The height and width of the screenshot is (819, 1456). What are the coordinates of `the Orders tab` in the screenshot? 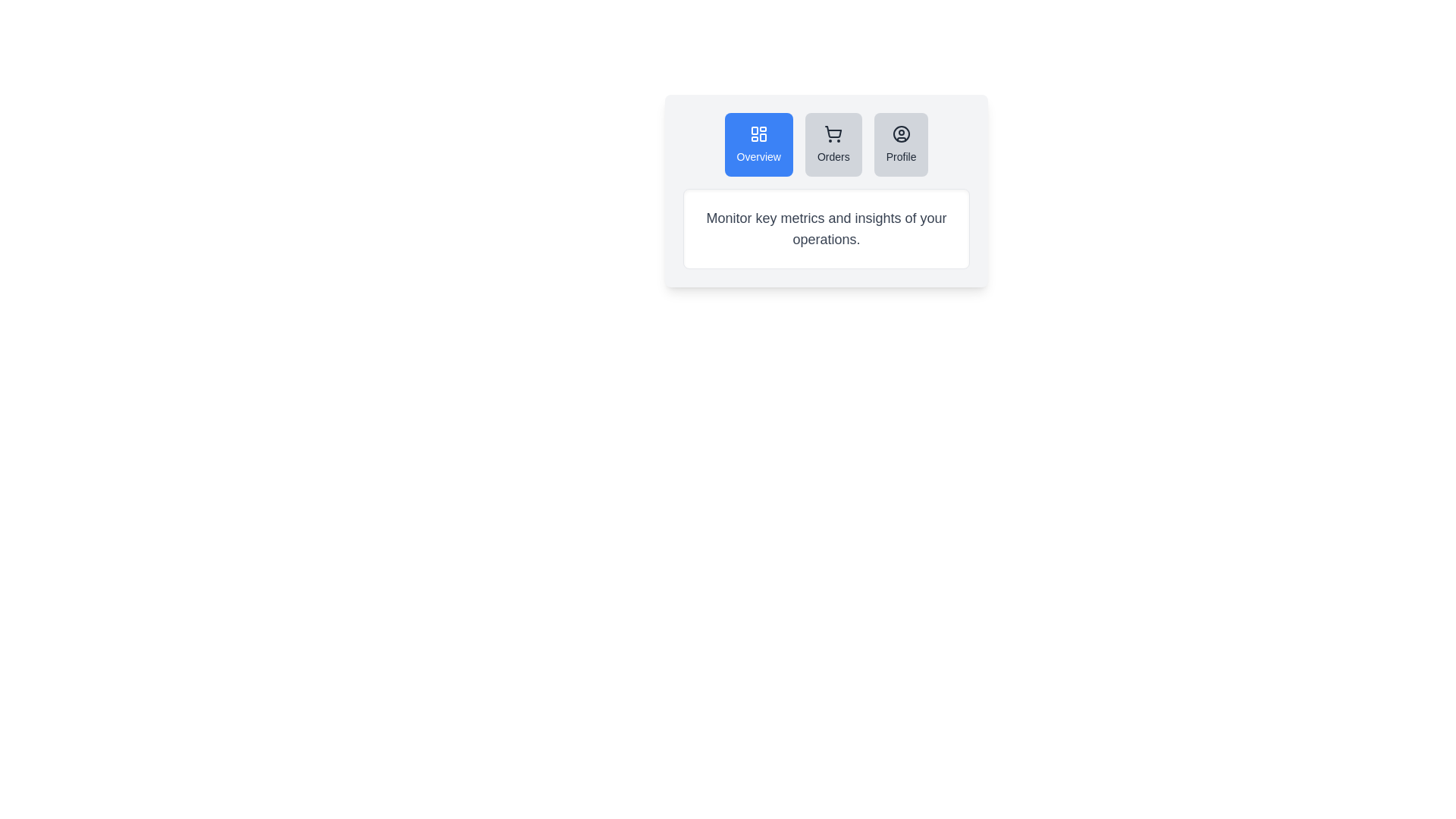 It's located at (833, 145).